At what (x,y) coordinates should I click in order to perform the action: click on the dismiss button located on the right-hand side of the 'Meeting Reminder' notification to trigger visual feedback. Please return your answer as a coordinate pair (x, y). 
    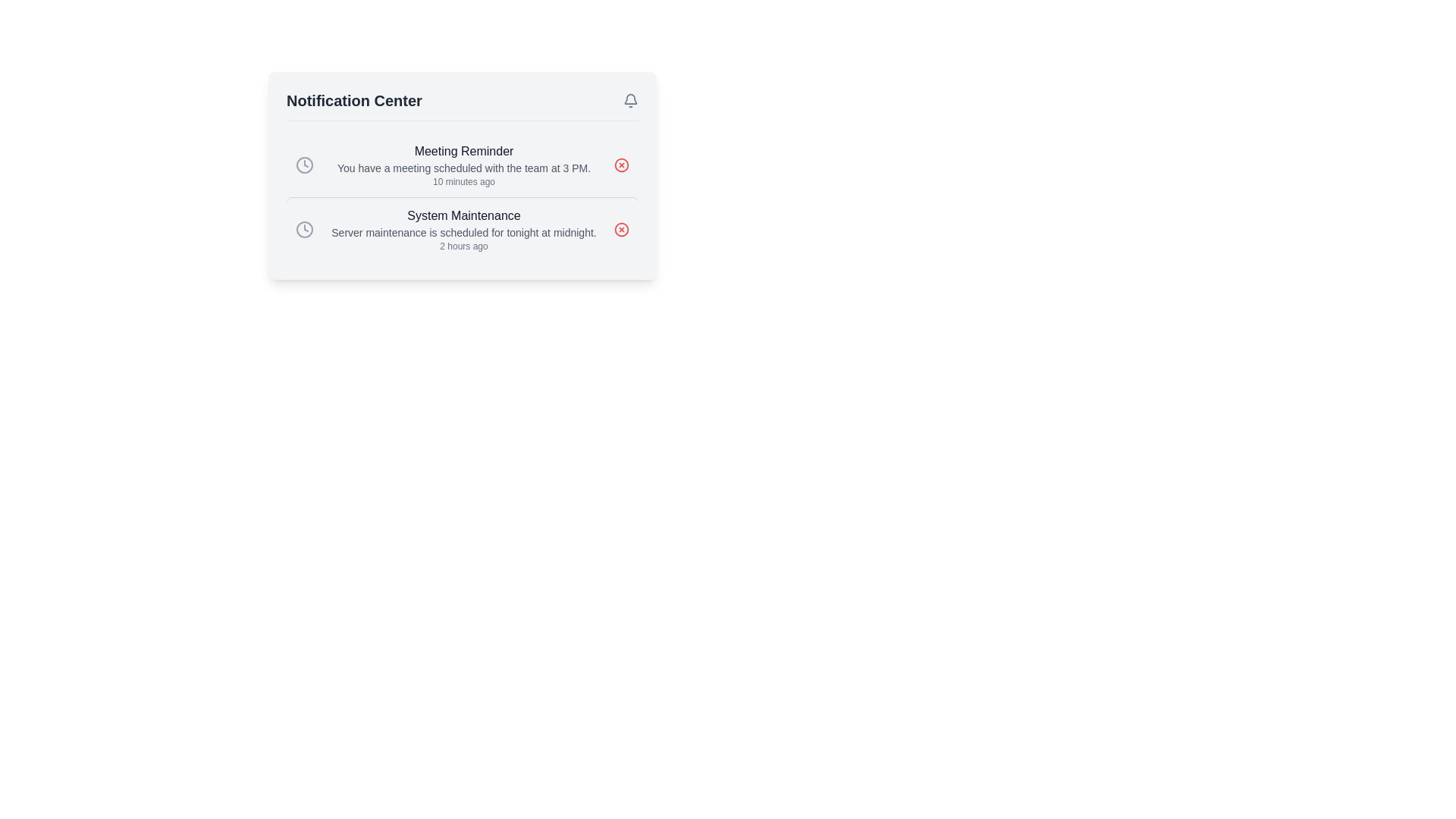
    Looking at the image, I should click on (622, 165).